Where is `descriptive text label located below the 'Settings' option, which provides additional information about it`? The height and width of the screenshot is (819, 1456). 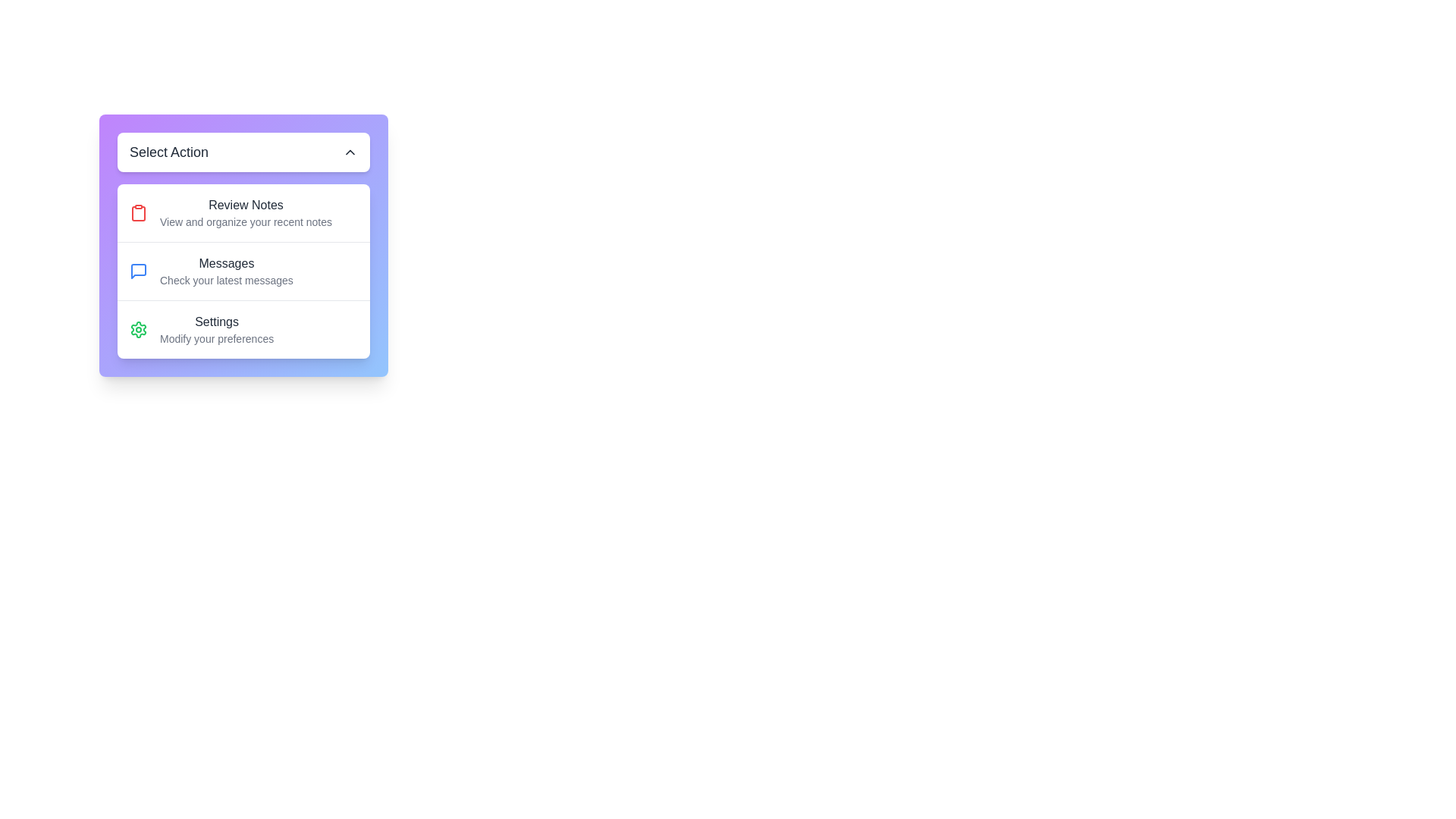
descriptive text label located below the 'Settings' option, which provides additional information about it is located at coordinates (216, 338).